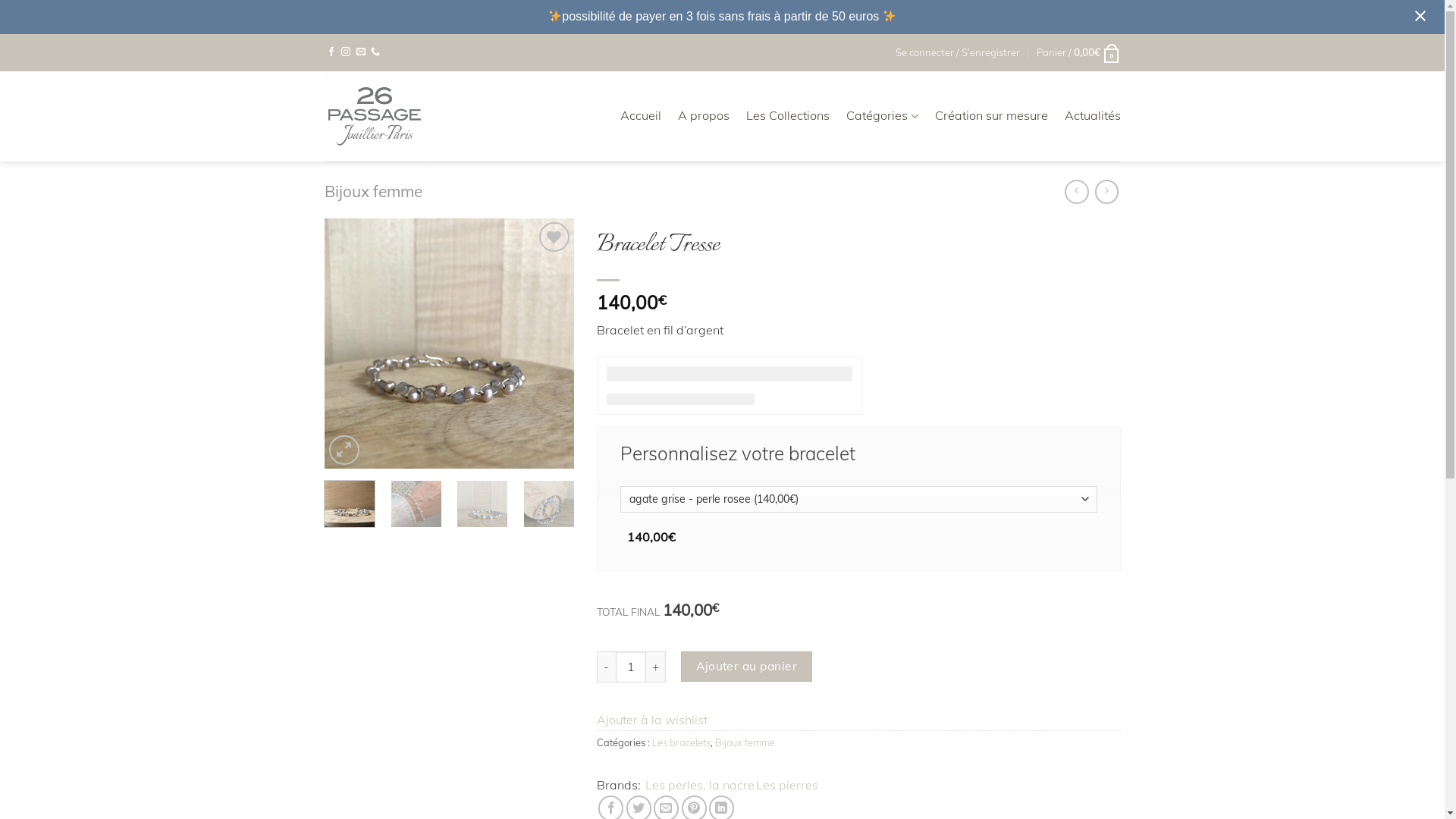  What do you see at coordinates (676, 115) in the screenshot?
I see `'A propos'` at bounding box center [676, 115].